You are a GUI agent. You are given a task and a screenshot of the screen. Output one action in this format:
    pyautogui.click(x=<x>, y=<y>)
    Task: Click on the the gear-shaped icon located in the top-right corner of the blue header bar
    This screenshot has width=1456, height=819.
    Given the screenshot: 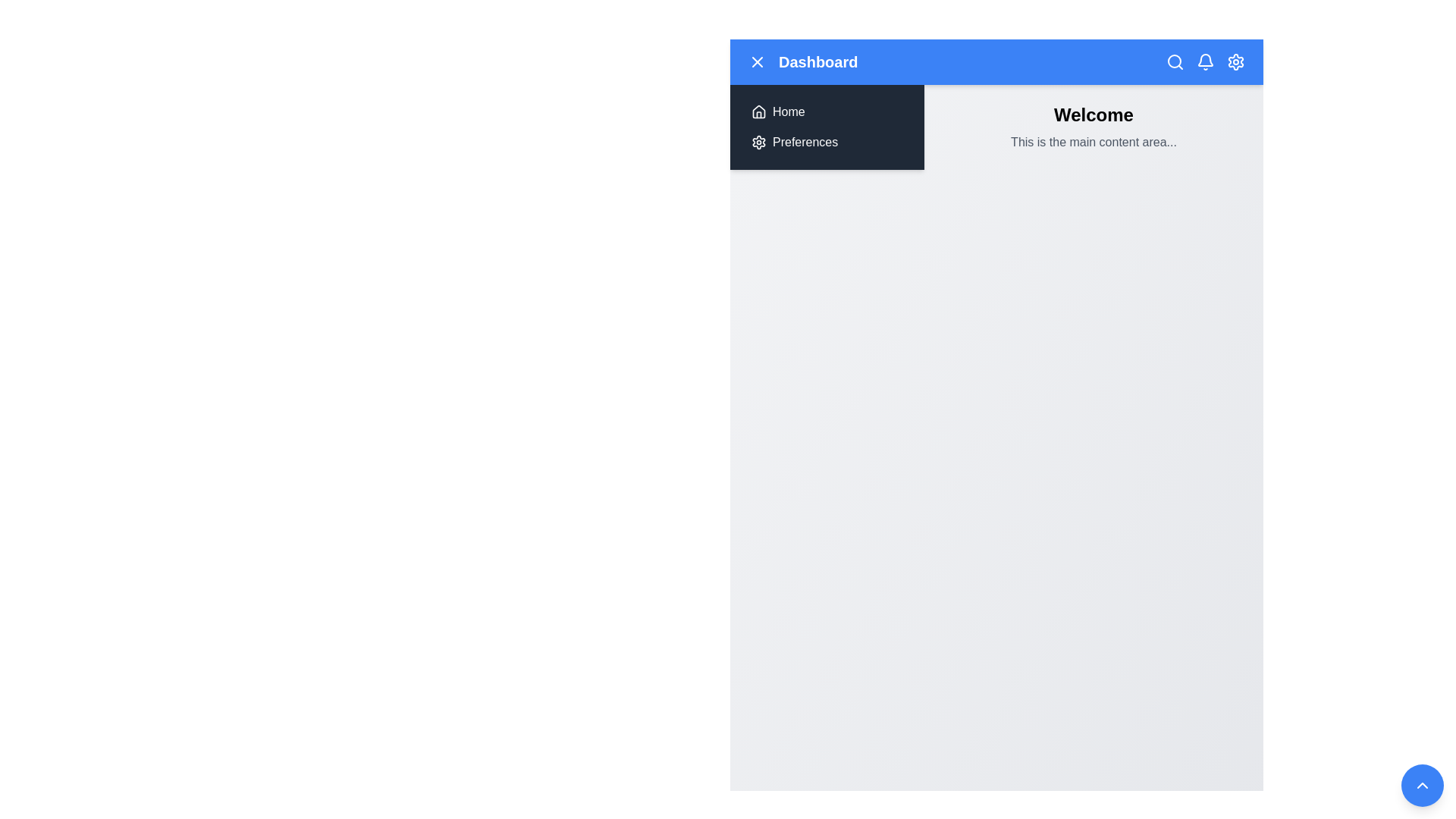 What is the action you would take?
    pyautogui.click(x=1236, y=61)
    